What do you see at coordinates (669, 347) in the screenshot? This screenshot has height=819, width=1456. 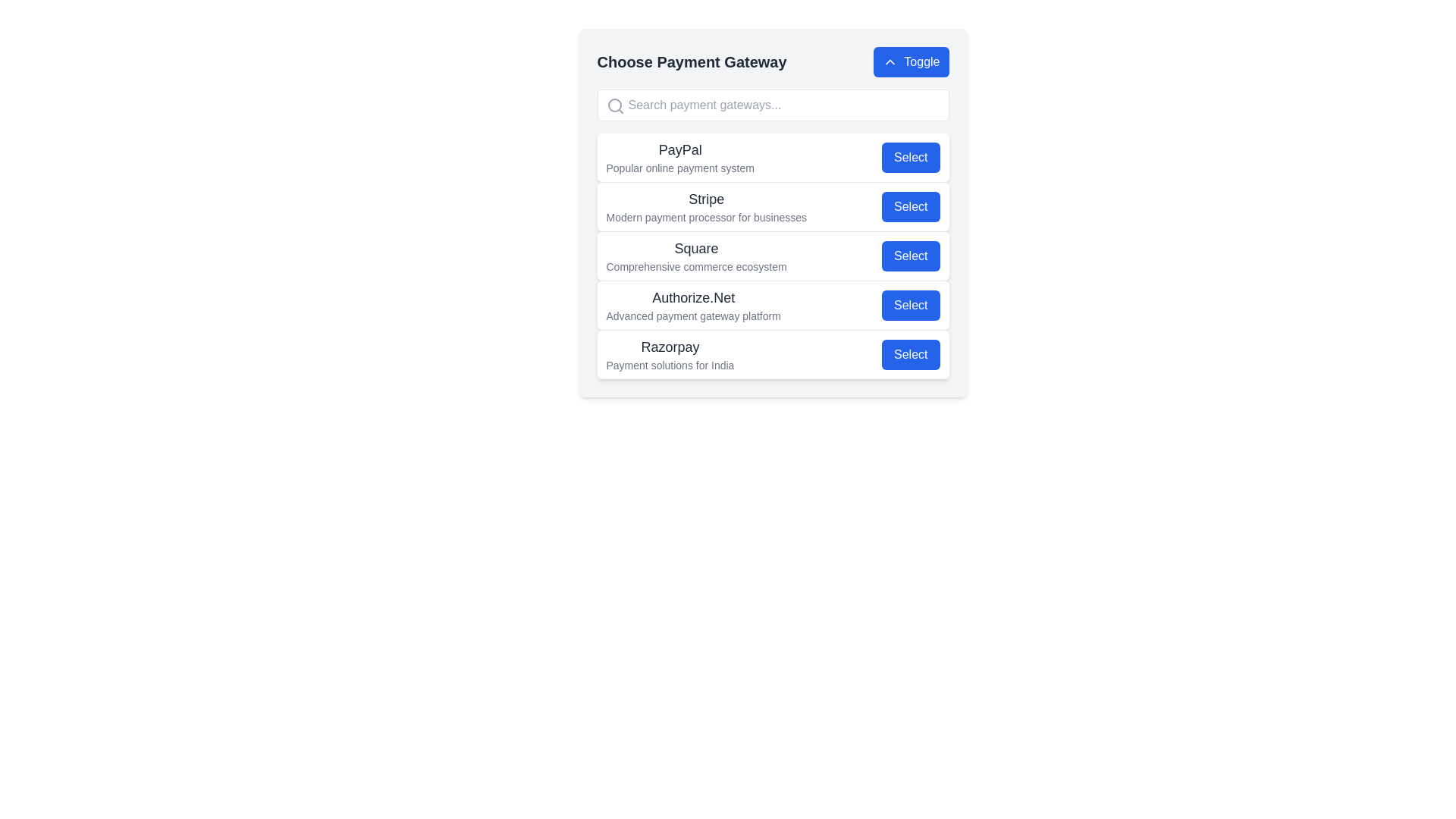 I see `the bolded text label 'Razorpay' that is displayed prominently above the description in the payment gateway options list` at bounding box center [669, 347].